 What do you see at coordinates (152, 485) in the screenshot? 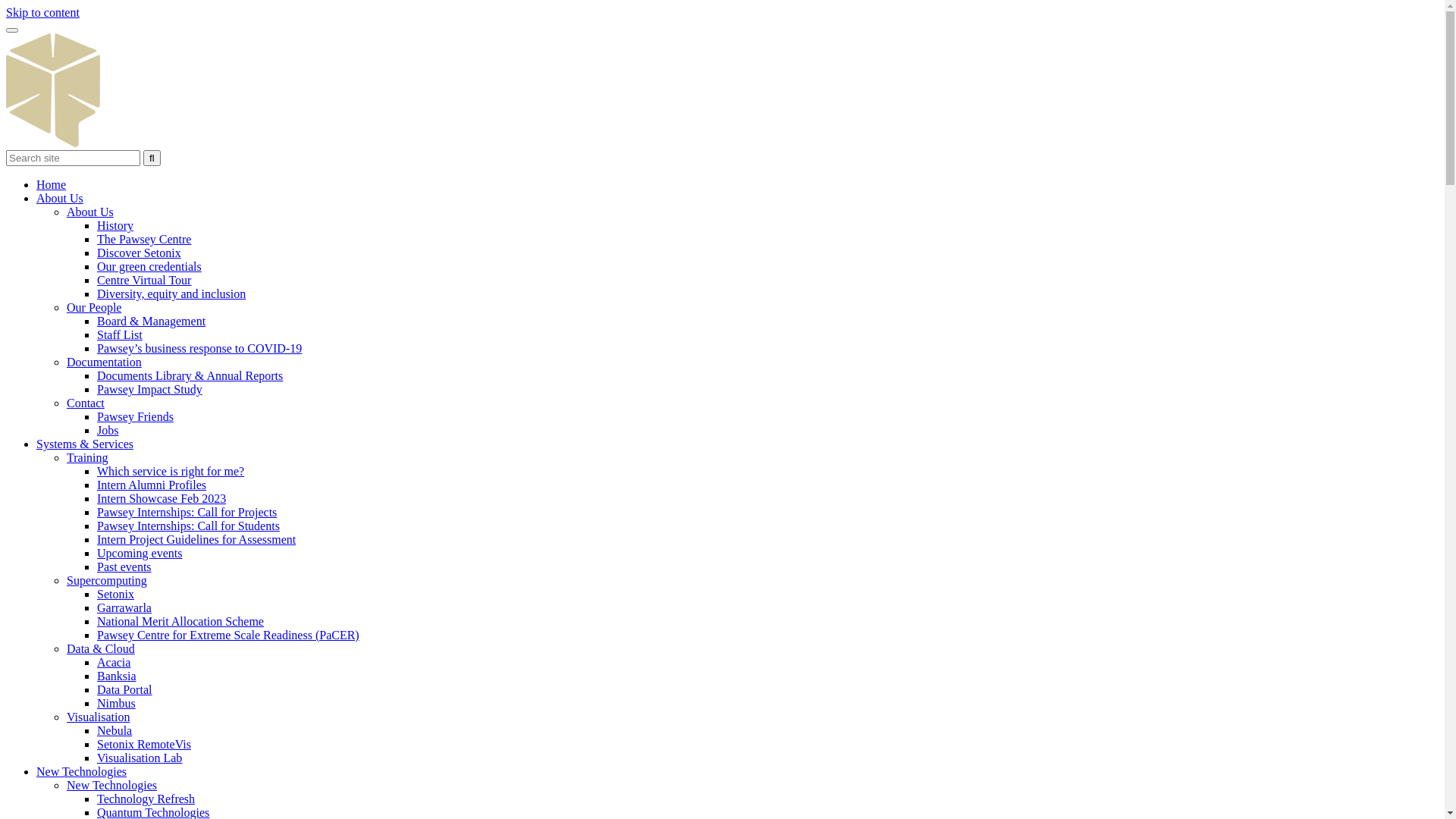
I see `'Intern Alumni Profiles'` at bounding box center [152, 485].